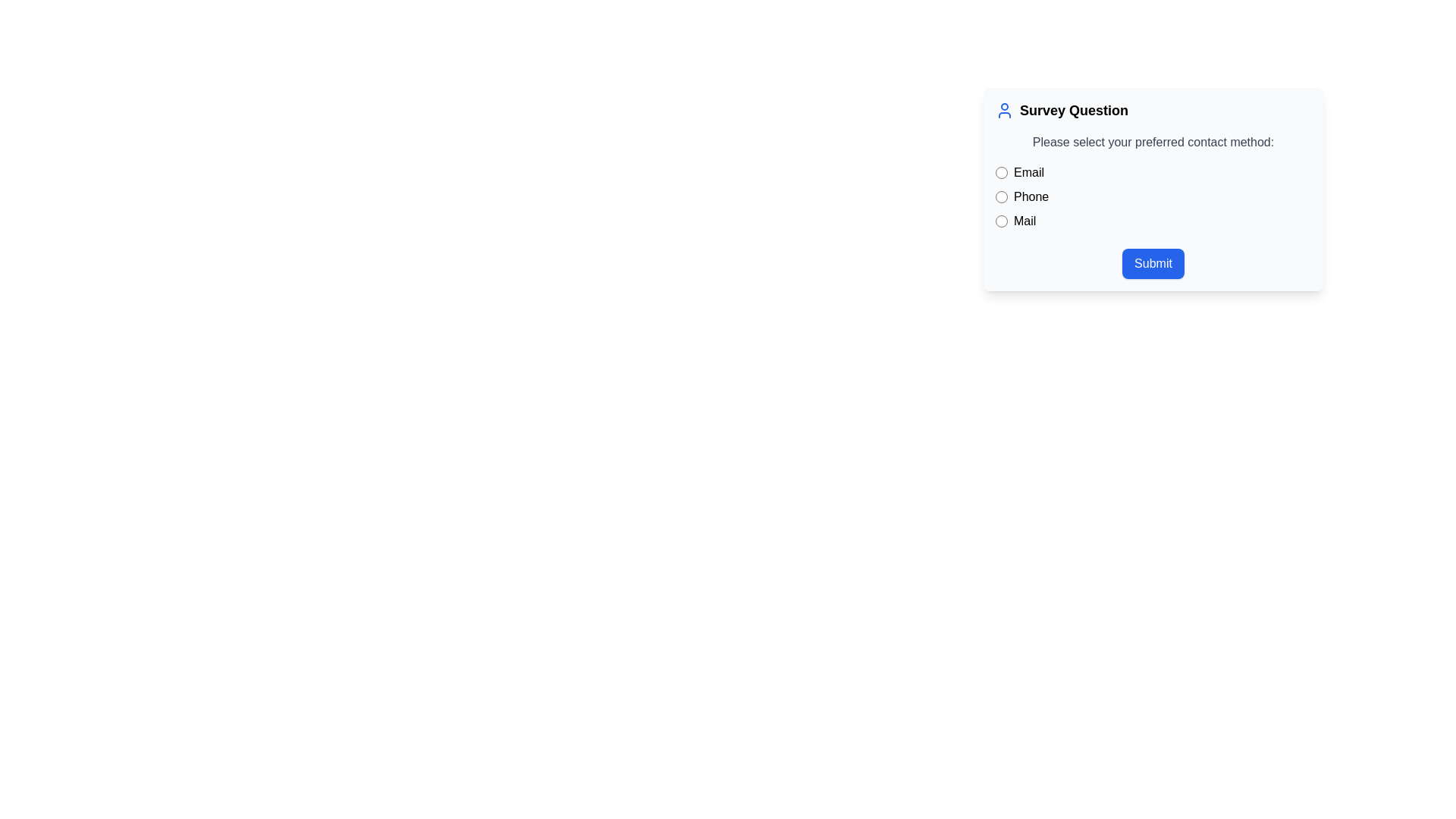 The width and height of the screenshot is (1456, 819). Describe the element at coordinates (1153, 196) in the screenshot. I see `the radio button` at that location.